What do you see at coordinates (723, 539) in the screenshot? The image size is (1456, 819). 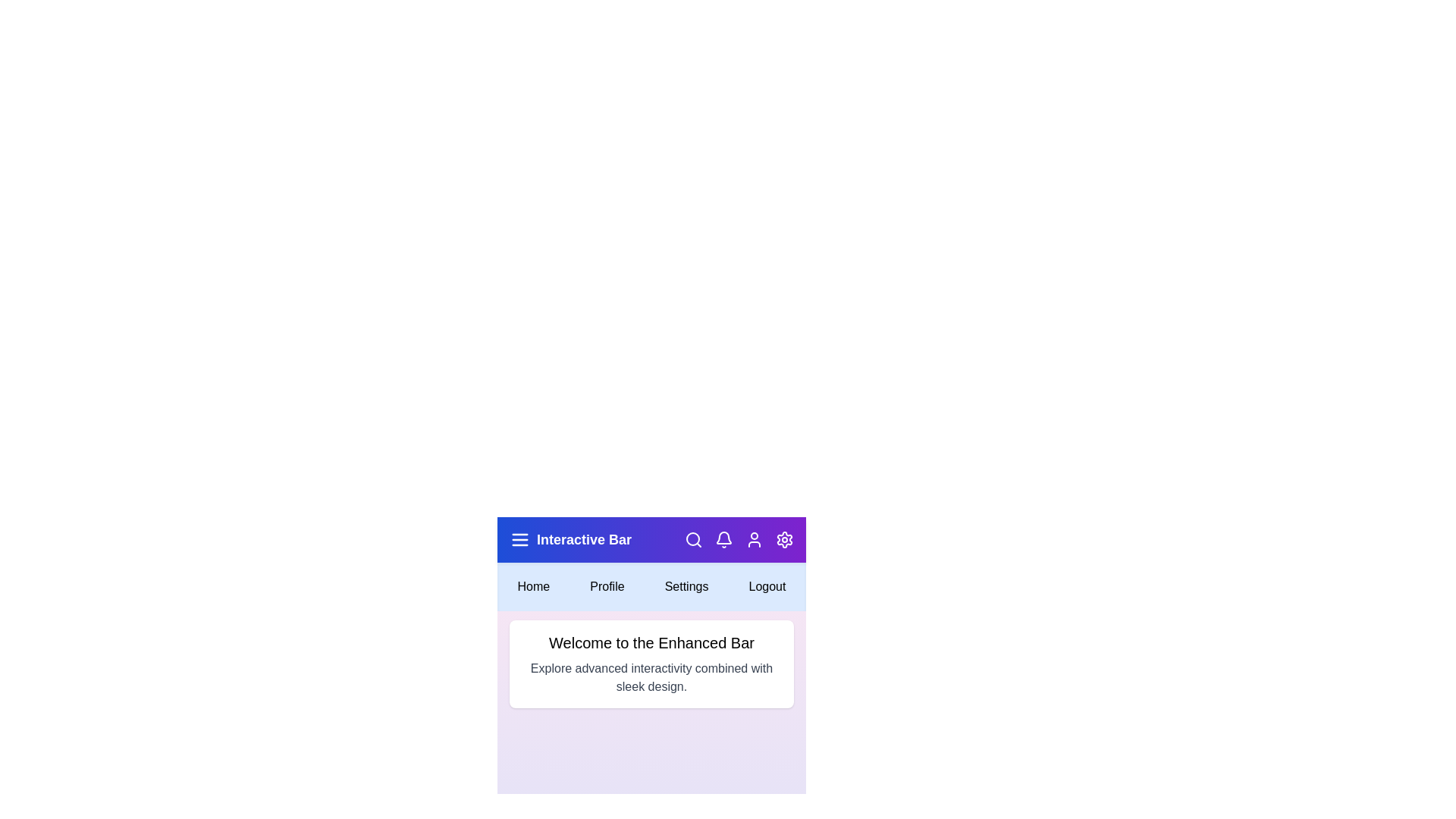 I see `the notification icon (Bell)` at bounding box center [723, 539].